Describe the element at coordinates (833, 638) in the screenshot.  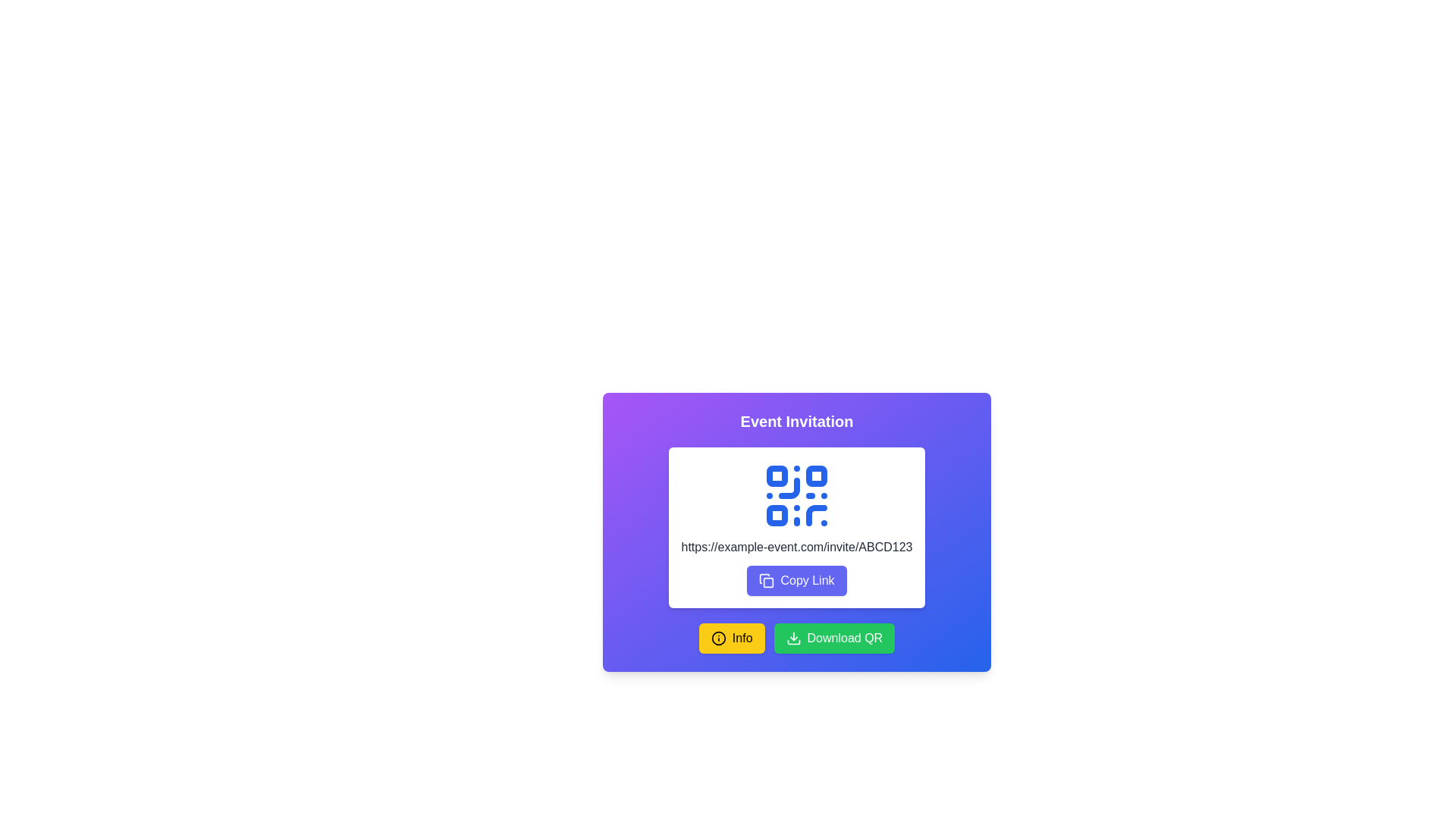
I see `the button located to the right of the yellow 'Info' button in the lower-right corner of the invitation card interface to initiate the download of the QR code` at that location.